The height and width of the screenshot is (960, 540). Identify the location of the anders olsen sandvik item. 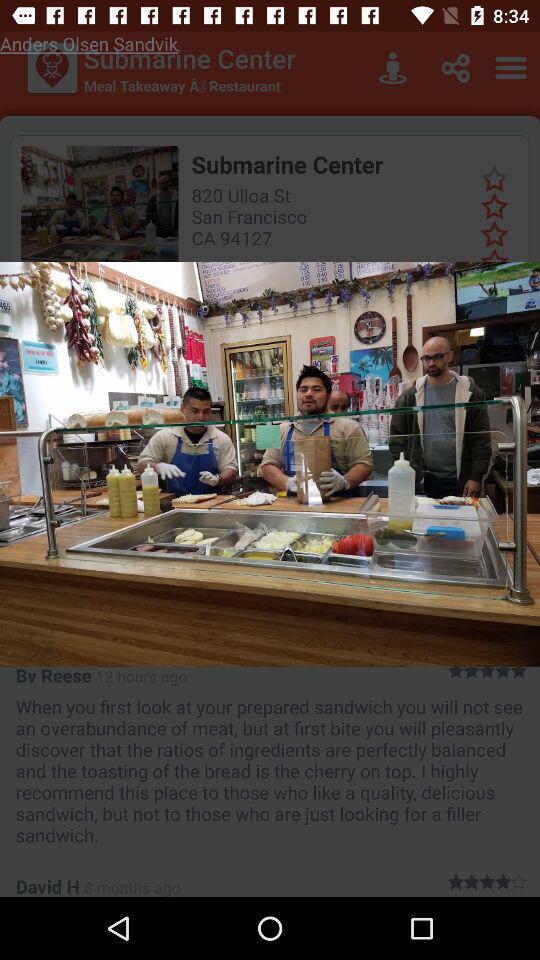
(88, 42).